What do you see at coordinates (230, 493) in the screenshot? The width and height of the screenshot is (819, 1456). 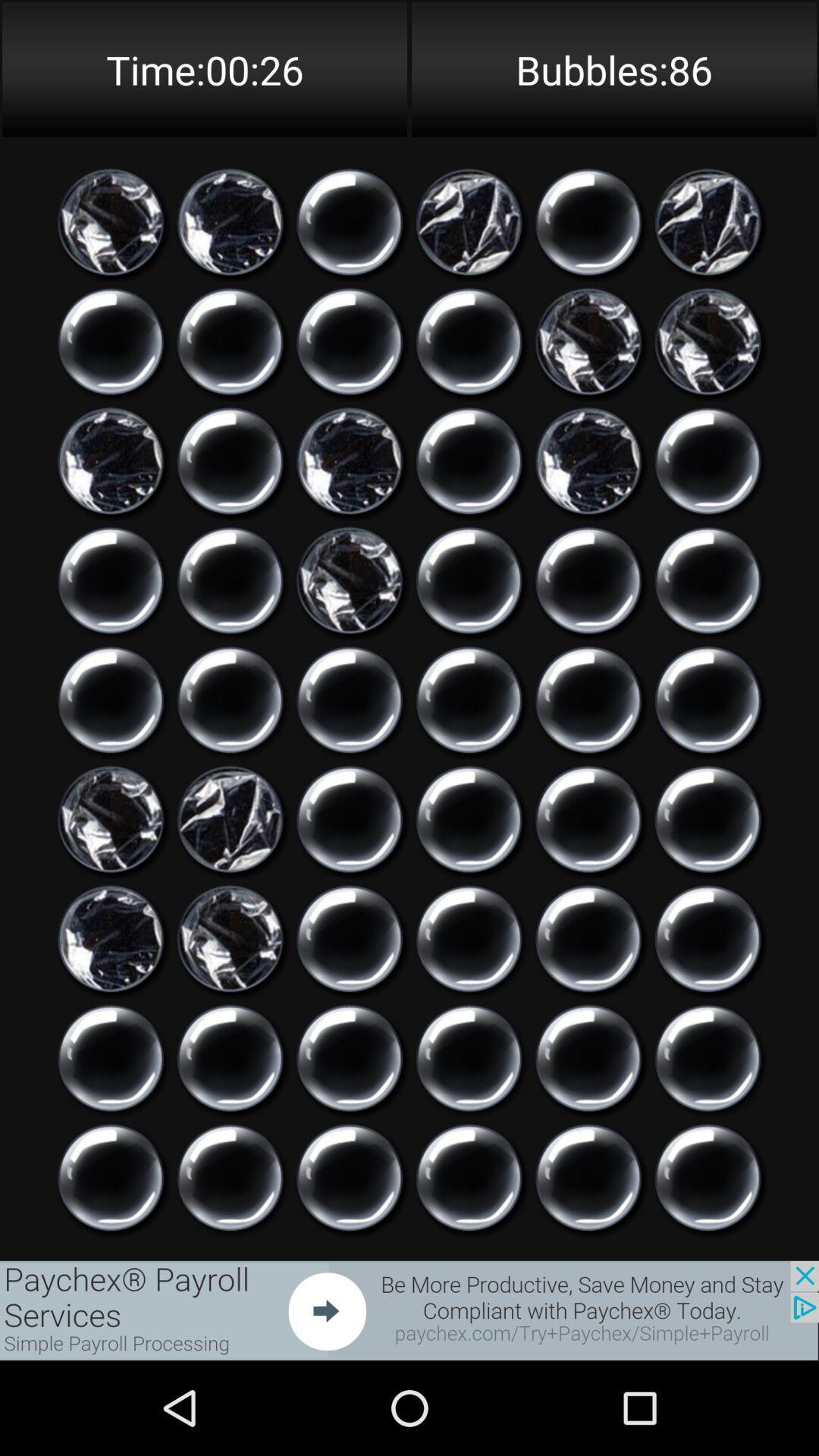 I see `the refresh icon` at bounding box center [230, 493].